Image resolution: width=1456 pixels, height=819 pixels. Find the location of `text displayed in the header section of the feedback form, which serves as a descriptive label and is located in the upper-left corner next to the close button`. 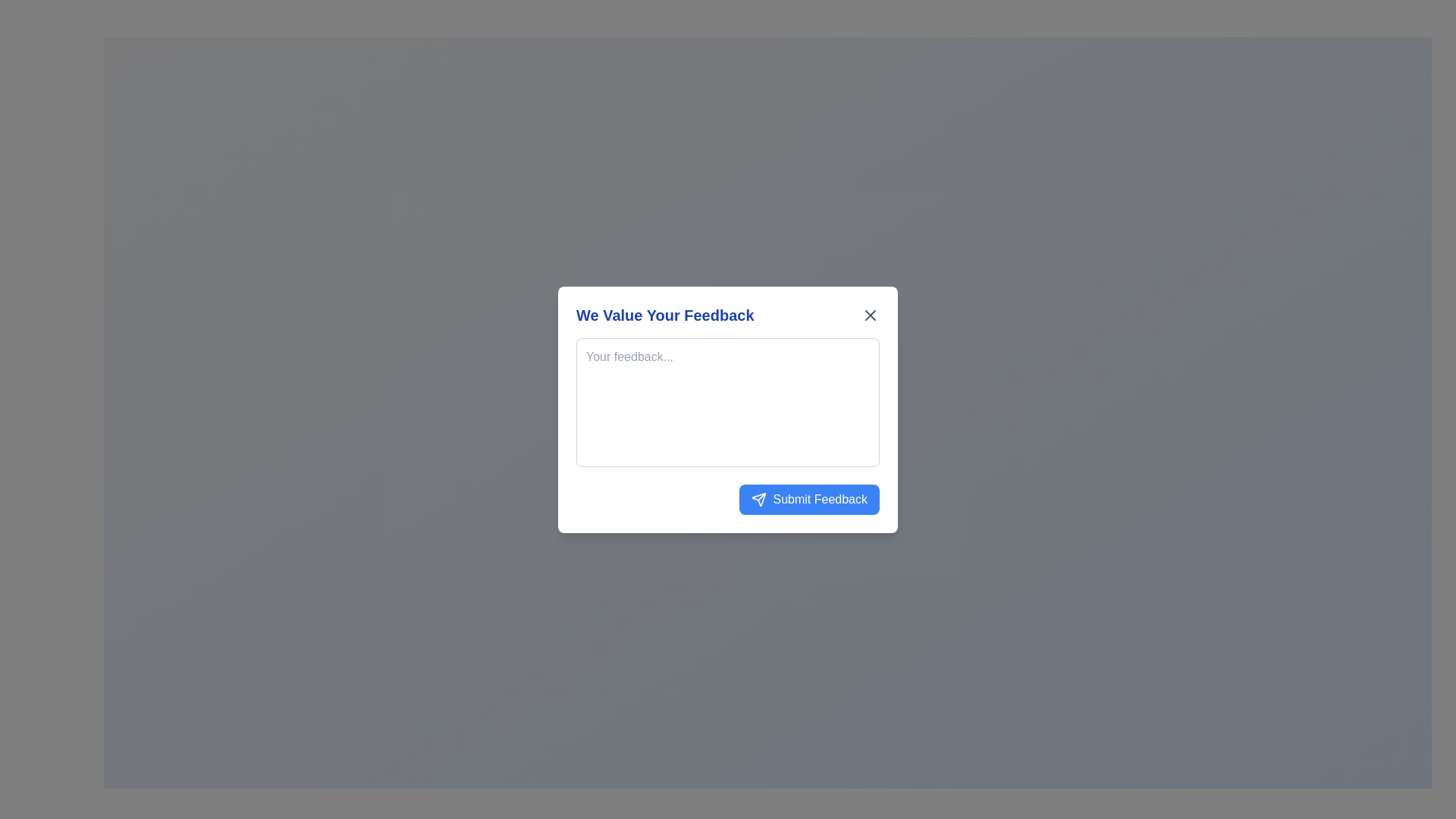

text displayed in the header section of the feedback form, which serves as a descriptive label and is located in the upper-left corner next to the close button is located at coordinates (665, 314).